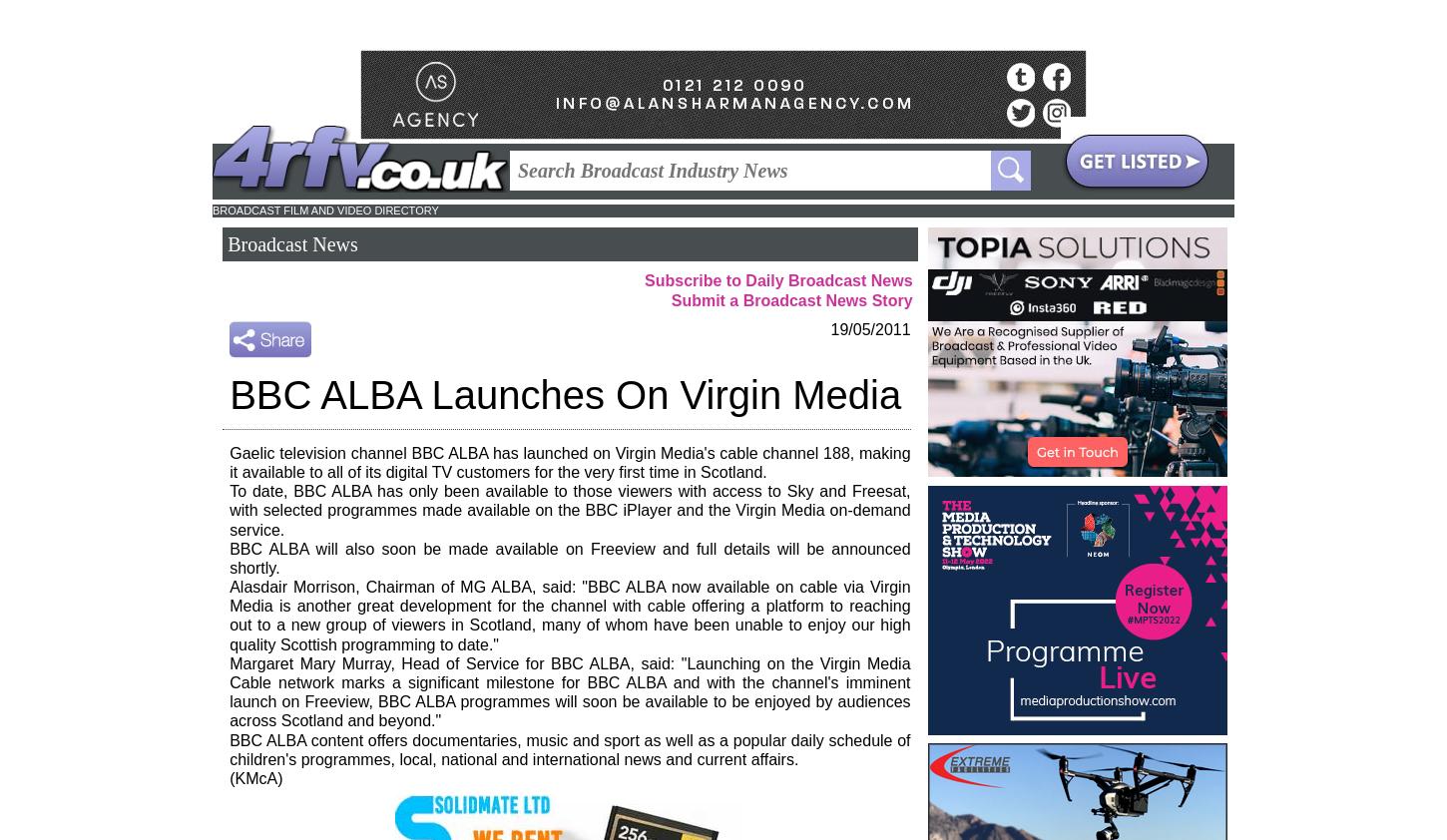  Describe the element at coordinates (570, 615) in the screenshot. I see `'Alasdair Morrison, Chairman of MG ALBA, said: "BBC ALBA now available on cable via Virgin Media is another great development for the channel with cable offering a platform to reaching out to a new group of viewers in Scotland, many of whom have been unable to enjoy our high quality Scottish programming to date."'` at that location.